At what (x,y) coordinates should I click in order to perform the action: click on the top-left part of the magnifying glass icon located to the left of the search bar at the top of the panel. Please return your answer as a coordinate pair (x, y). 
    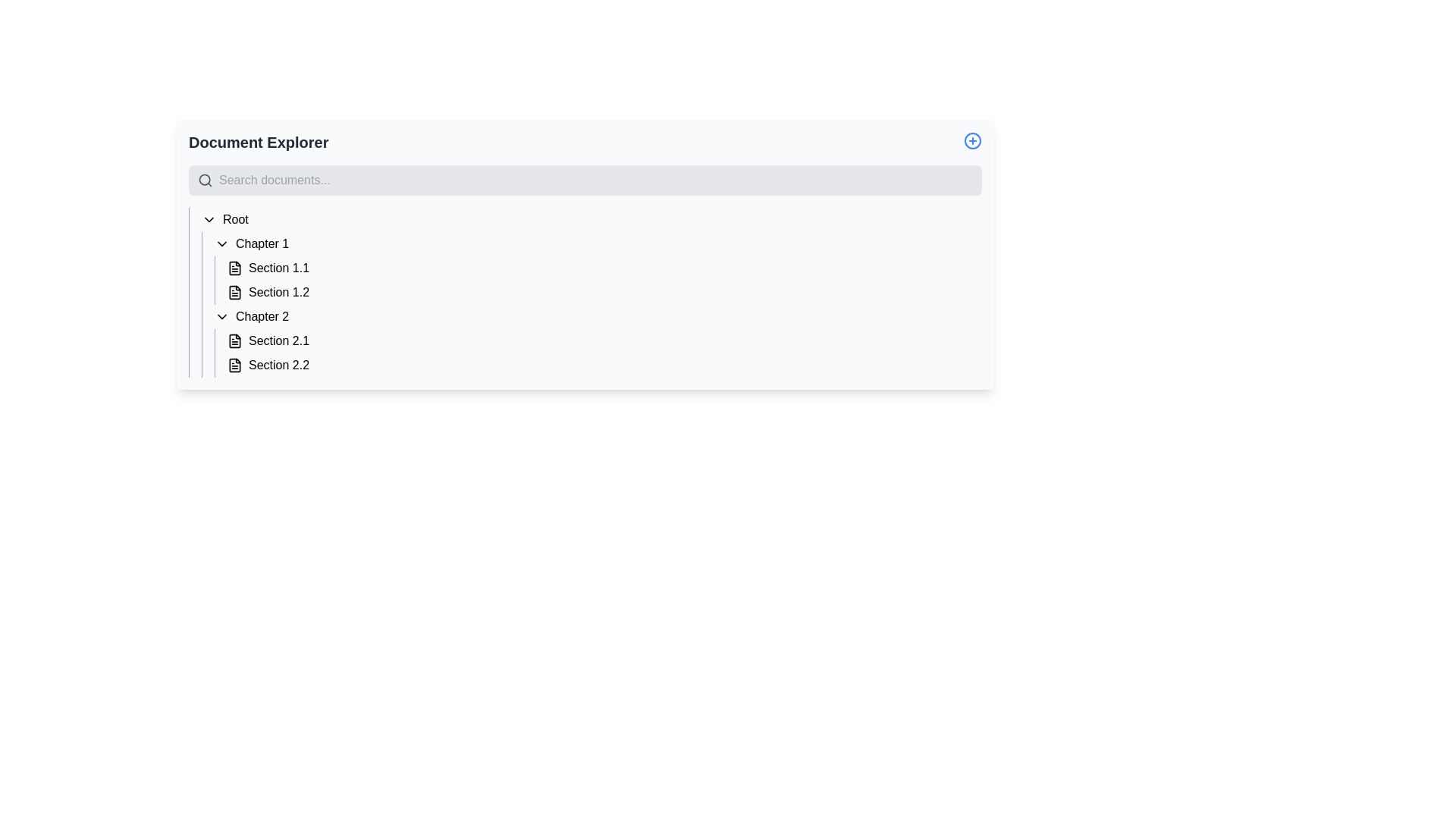
    Looking at the image, I should click on (204, 179).